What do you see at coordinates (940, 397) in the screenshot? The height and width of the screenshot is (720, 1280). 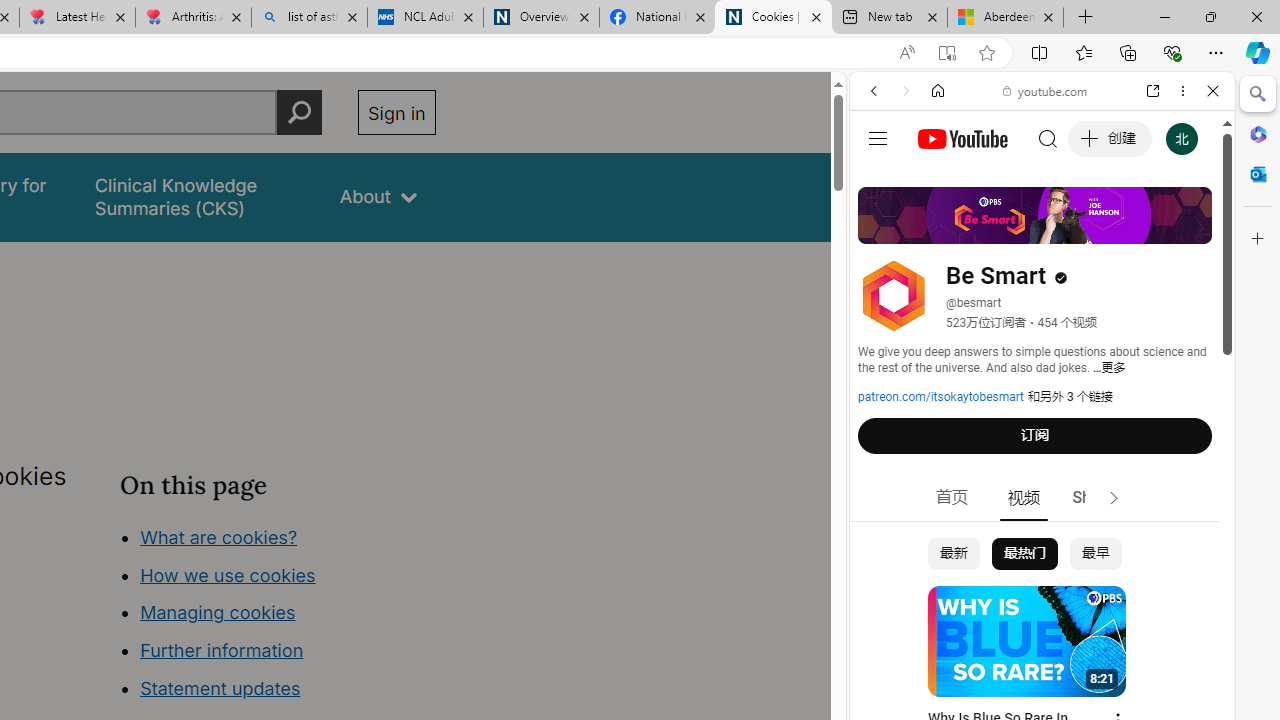 I see `'patreon.com/itsokaytobesmart'` at bounding box center [940, 397].